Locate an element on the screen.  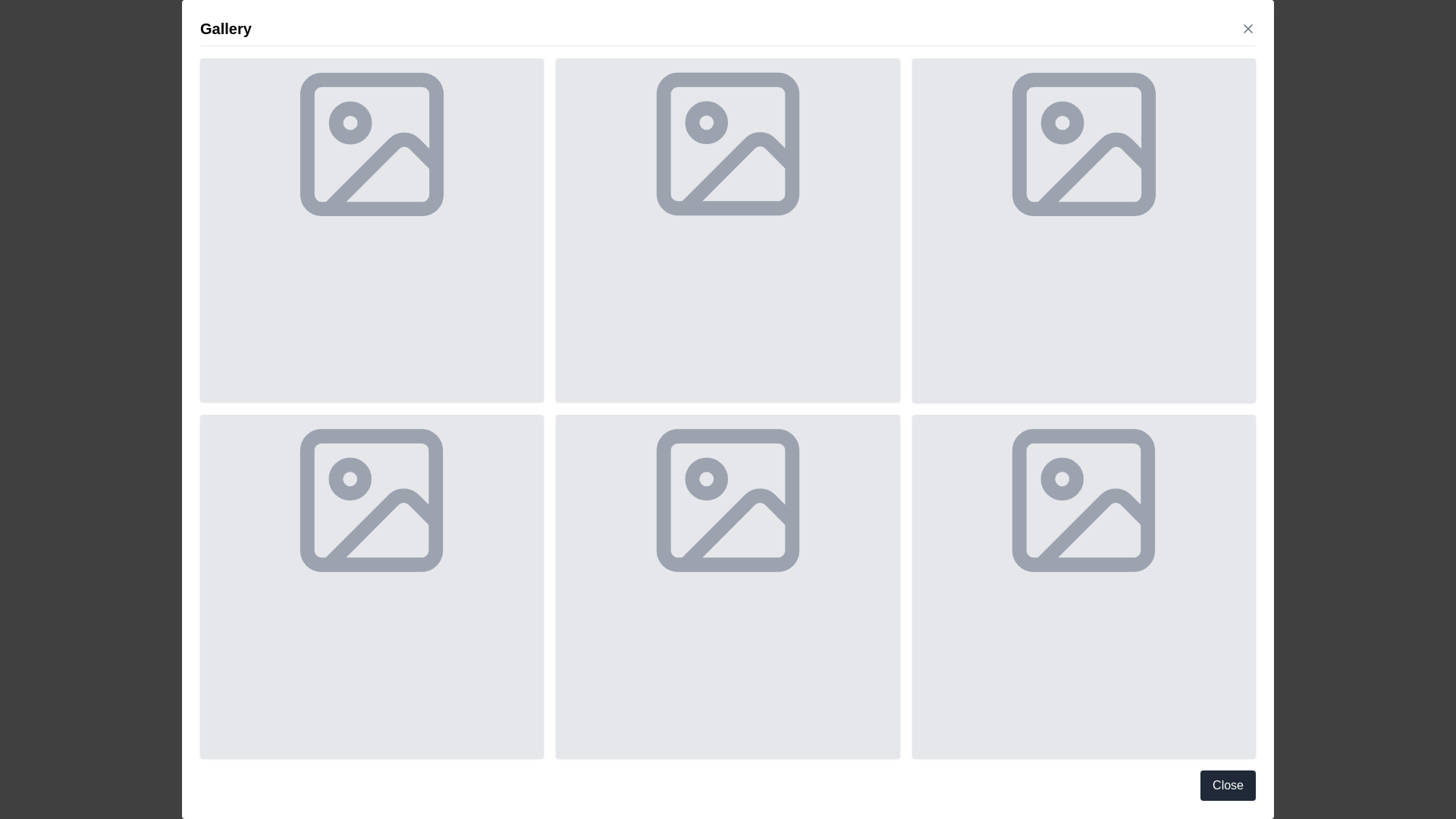
the third tile in the first row of the grid, which is an image placeholder with a light gray background and rounded corners is located at coordinates (1083, 230).